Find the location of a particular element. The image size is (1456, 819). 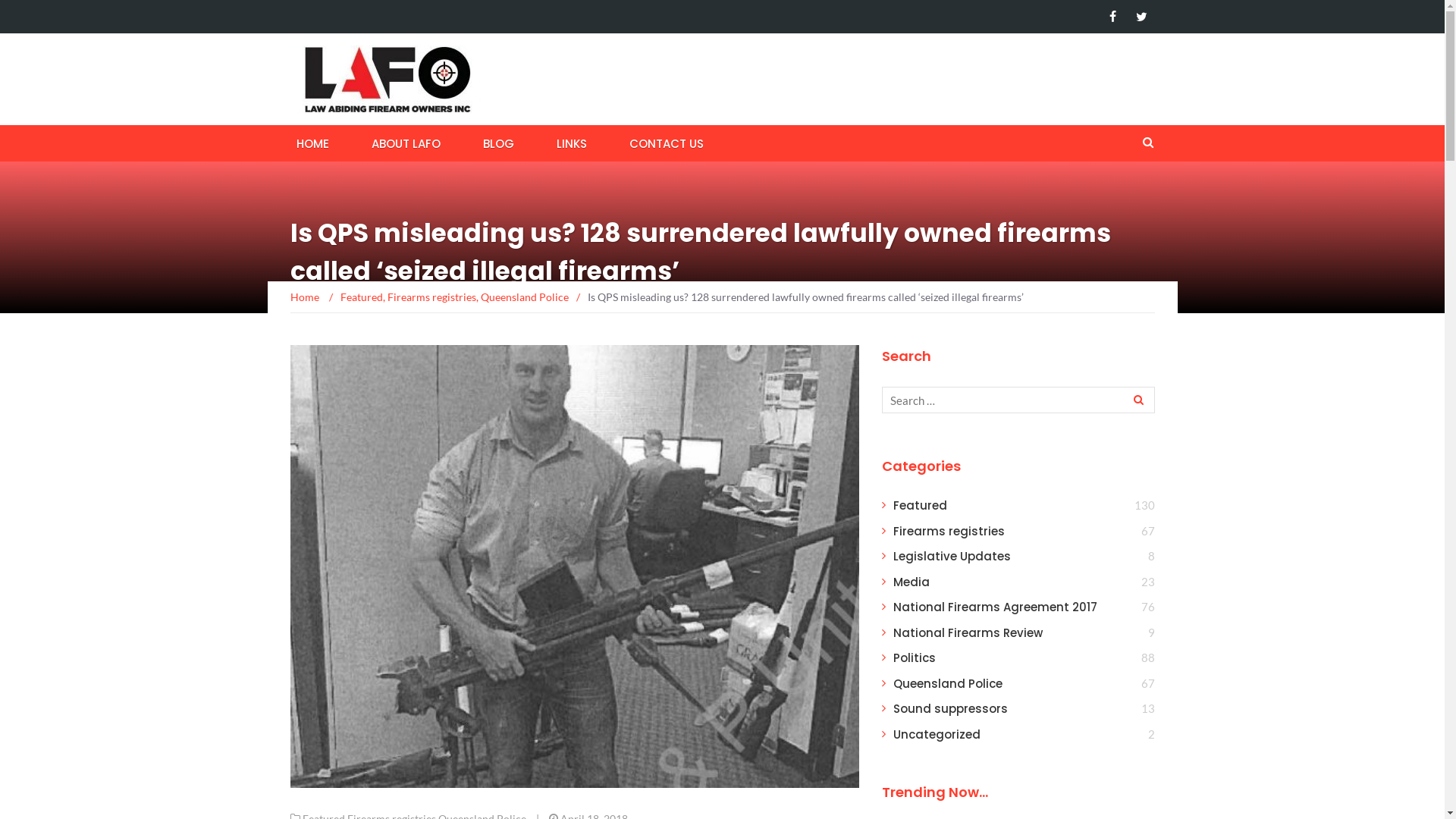

'Firearms registries' is located at coordinates (430, 297).